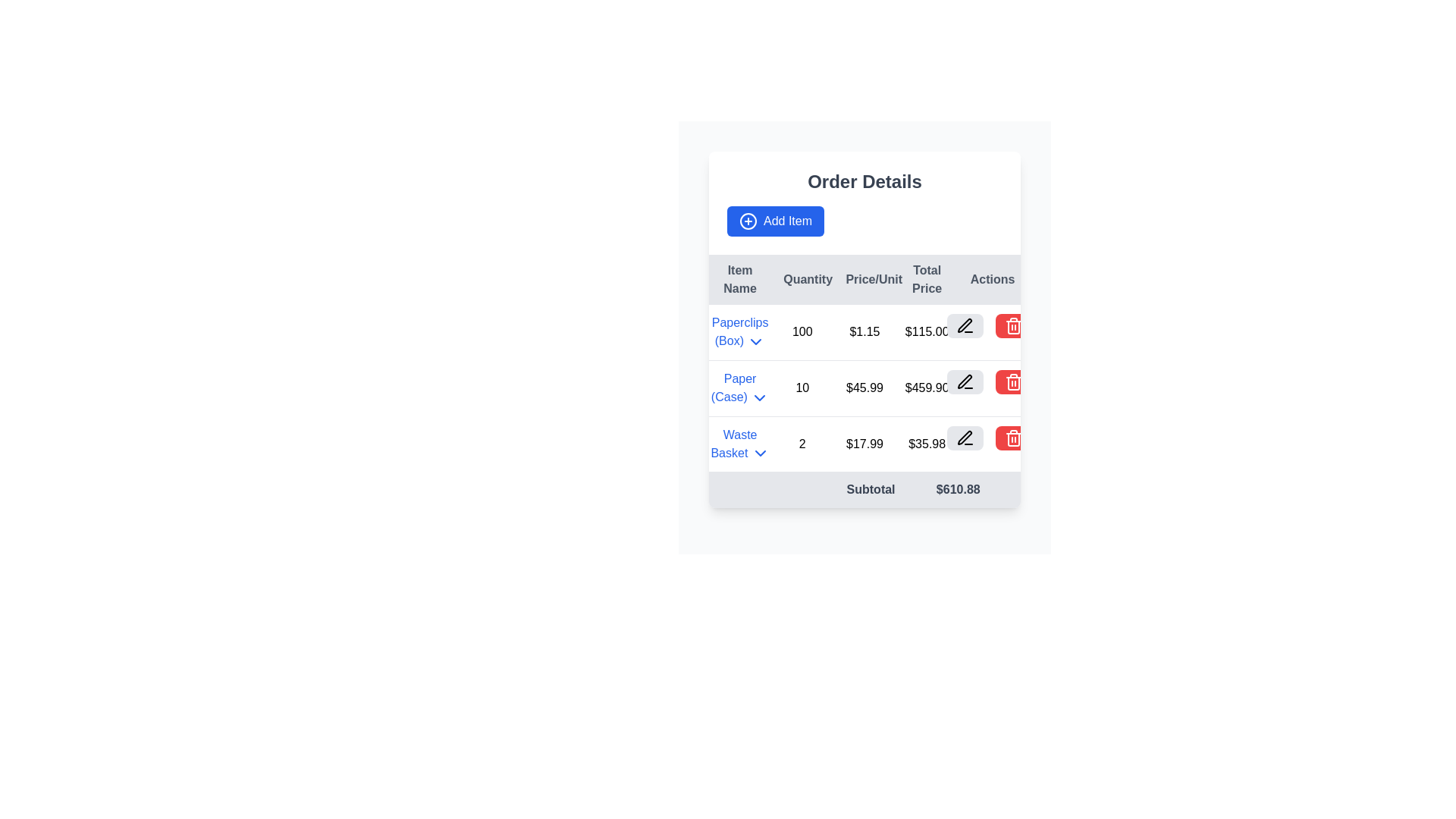 The height and width of the screenshot is (819, 1456). I want to click on the second row in the table displaying information about 'Paper (Case)', so click(864, 388).